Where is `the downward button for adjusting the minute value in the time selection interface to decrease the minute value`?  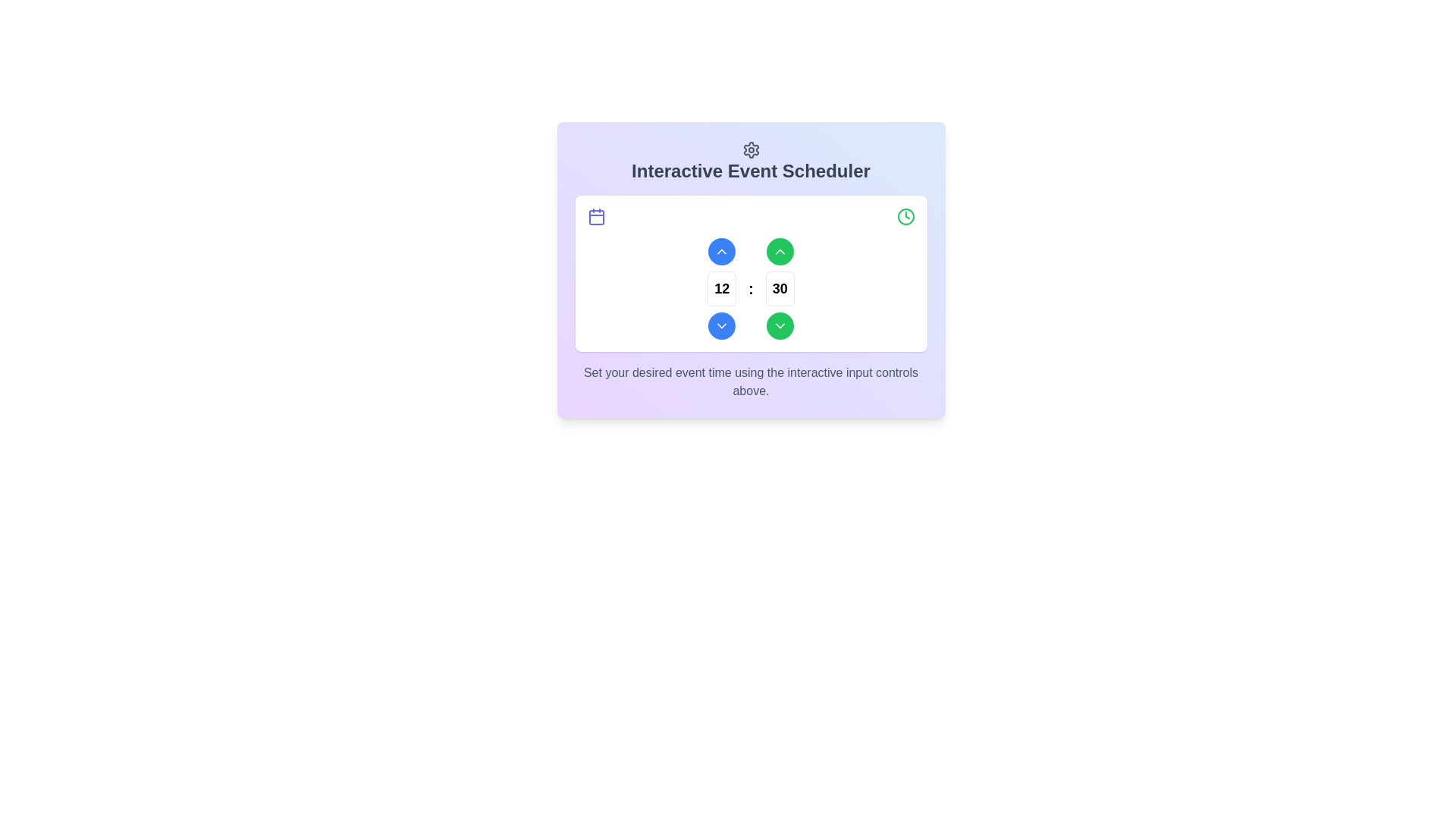 the downward button for adjusting the minute value in the time selection interface to decrease the minute value is located at coordinates (780, 325).